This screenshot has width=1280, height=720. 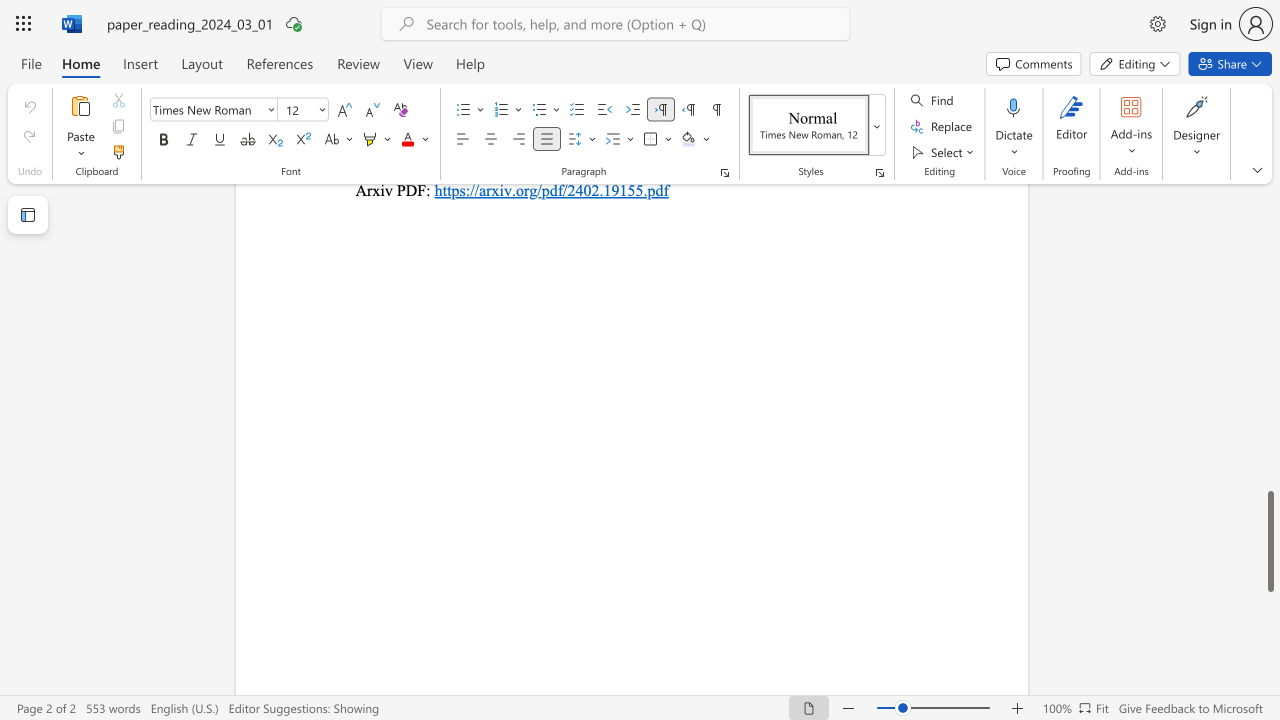 I want to click on the scrollbar on the right to move the page upward, so click(x=1269, y=490).